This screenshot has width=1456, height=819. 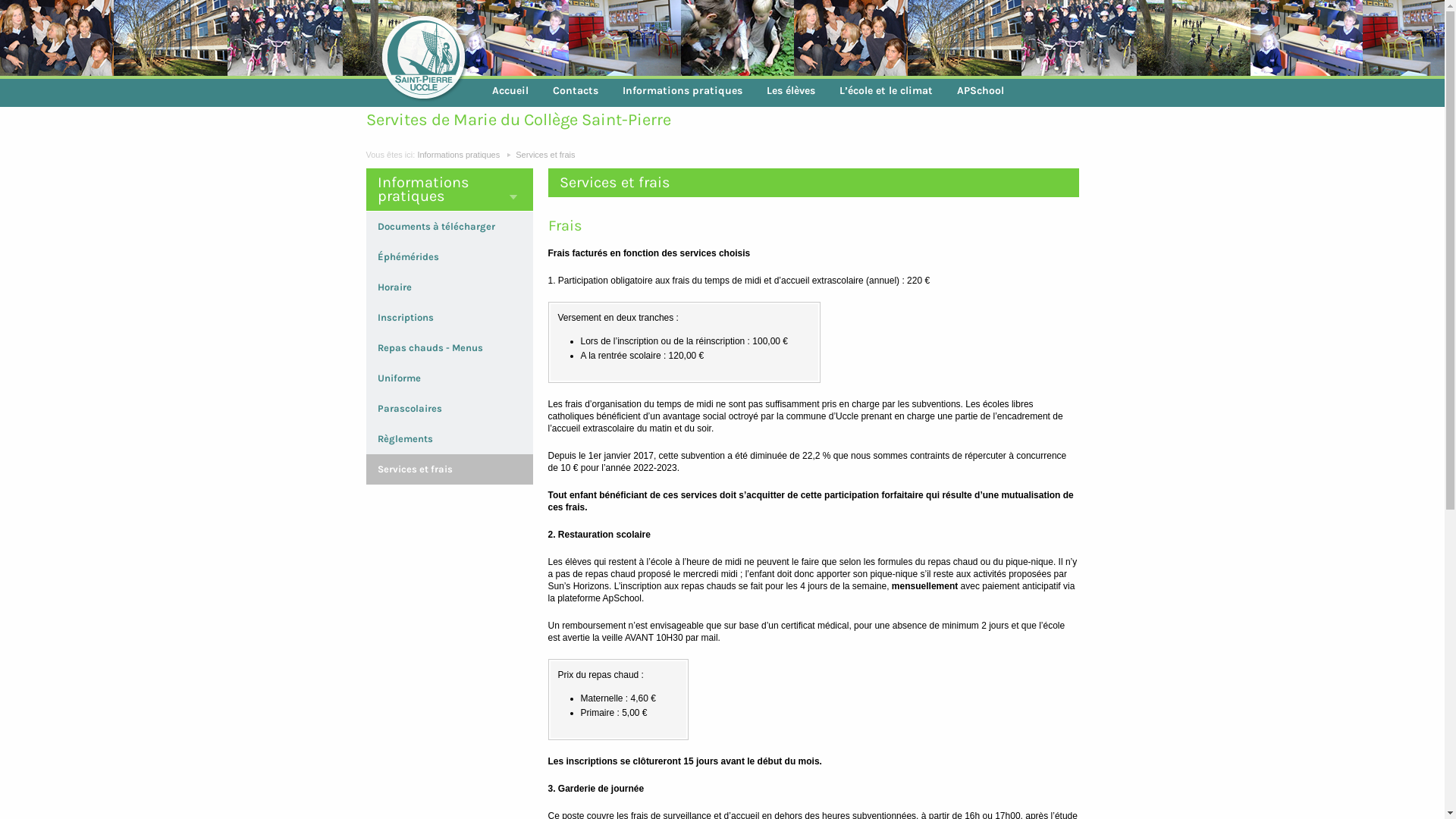 I want to click on 'Inscriptions', so click(x=405, y=316).